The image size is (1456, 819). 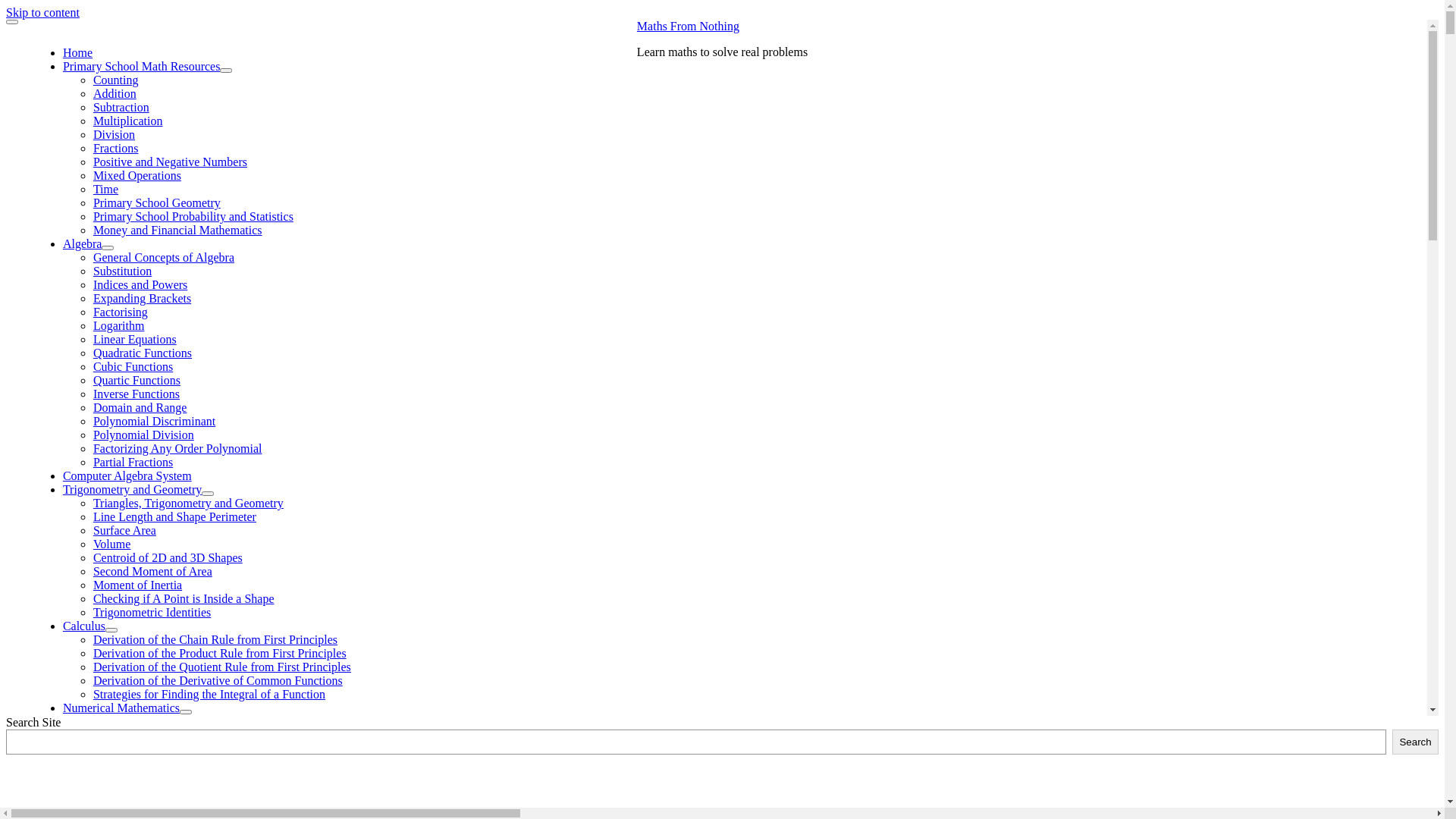 What do you see at coordinates (115, 148) in the screenshot?
I see `'Fractions'` at bounding box center [115, 148].